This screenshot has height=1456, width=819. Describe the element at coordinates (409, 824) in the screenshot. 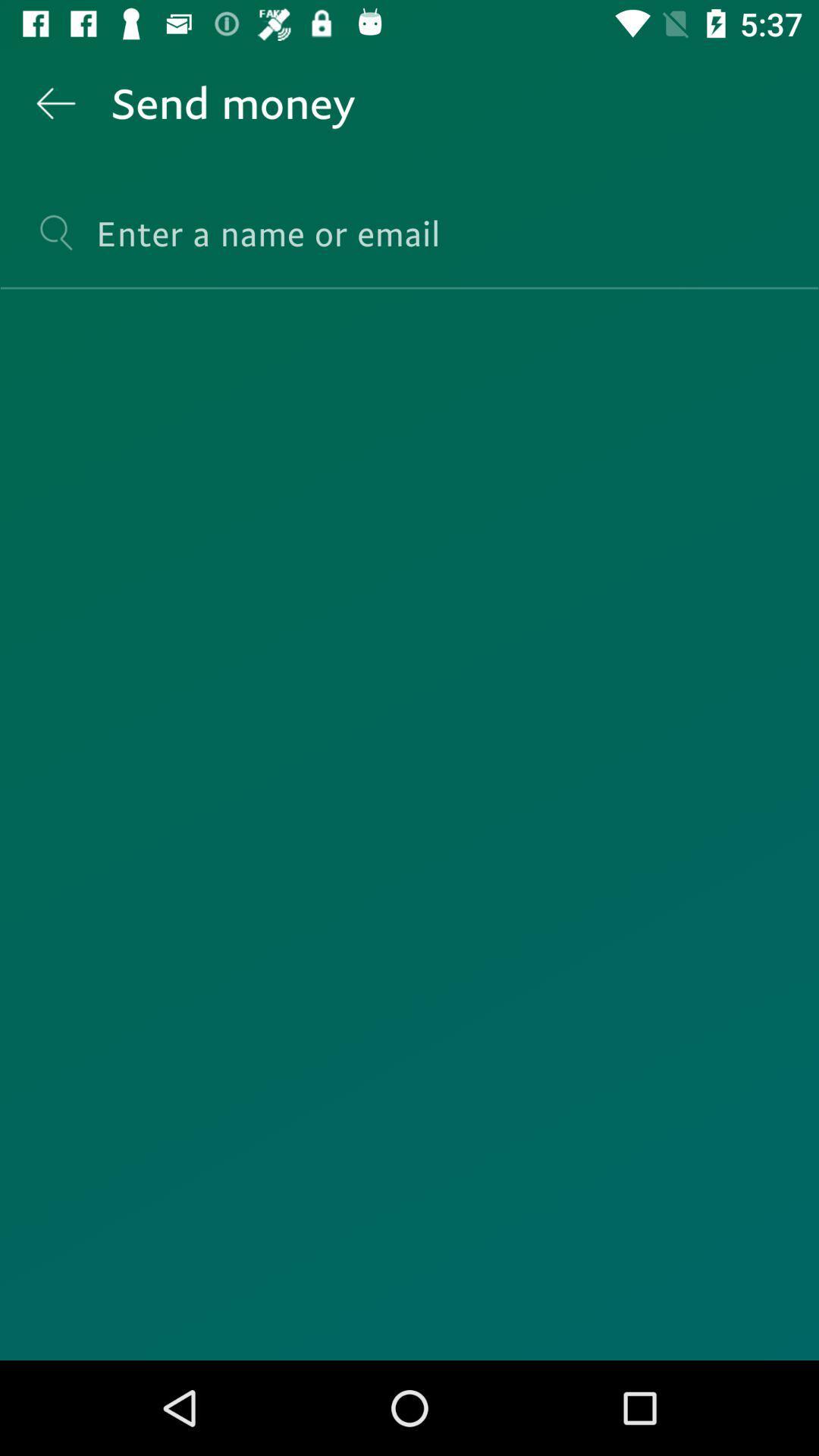

I see `icon at the center` at that location.